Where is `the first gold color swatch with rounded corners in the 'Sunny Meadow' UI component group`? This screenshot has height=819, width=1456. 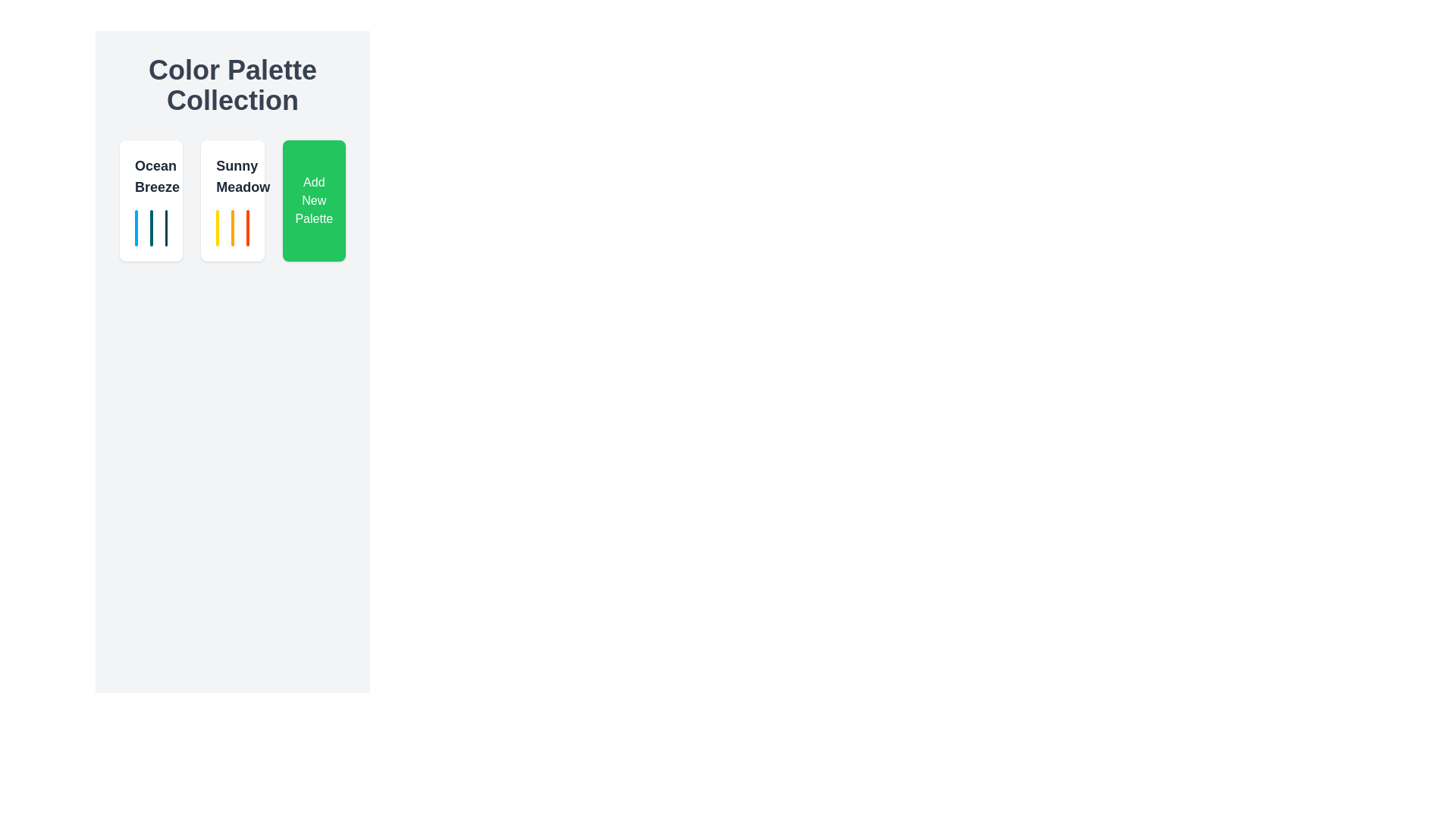
the first gold color swatch with rounded corners in the 'Sunny Meadow' UI component group is located at coordinates (217, 227).